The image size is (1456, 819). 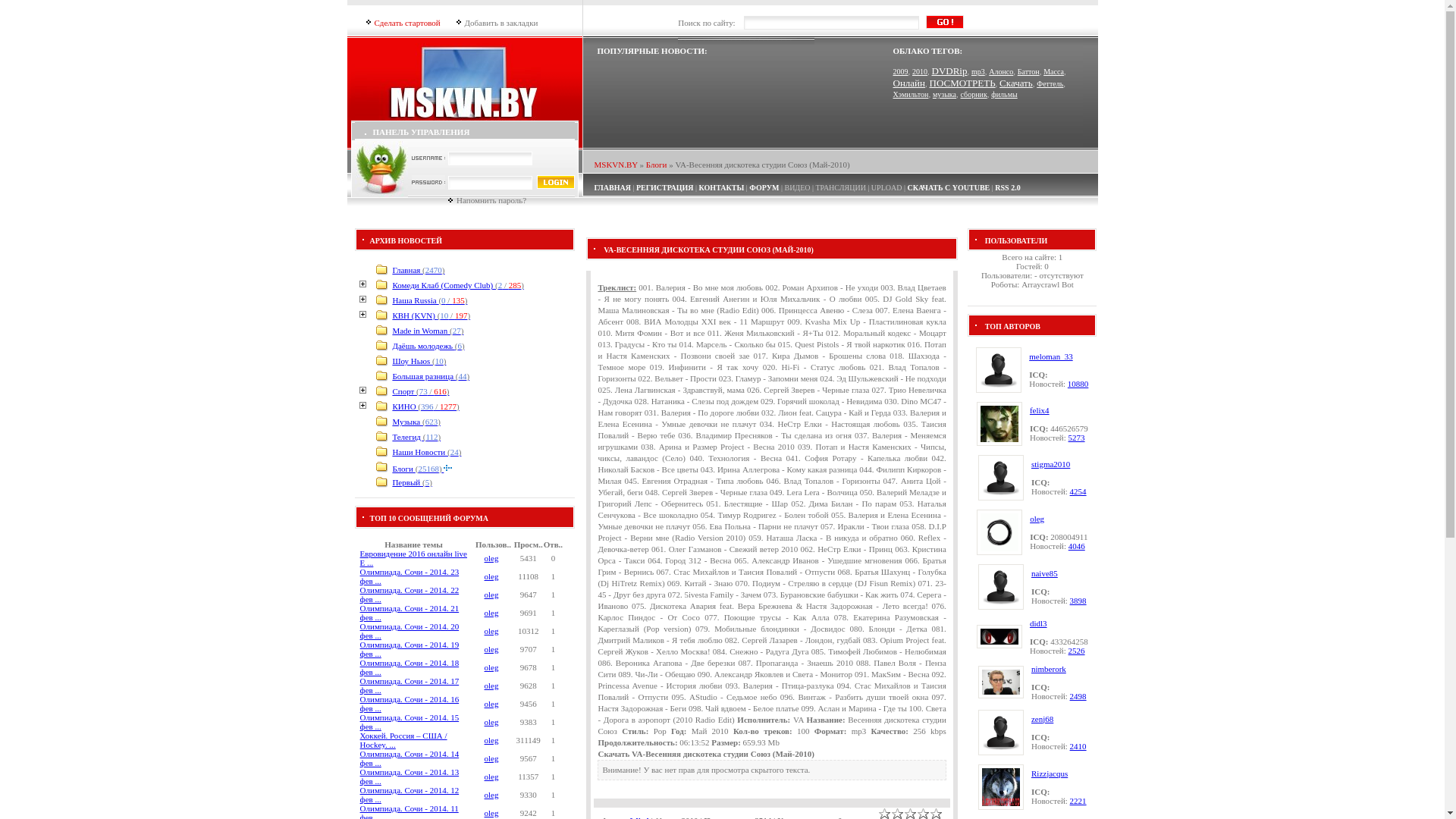 I want to click on 'didl3', so click(x=1037, y=623).